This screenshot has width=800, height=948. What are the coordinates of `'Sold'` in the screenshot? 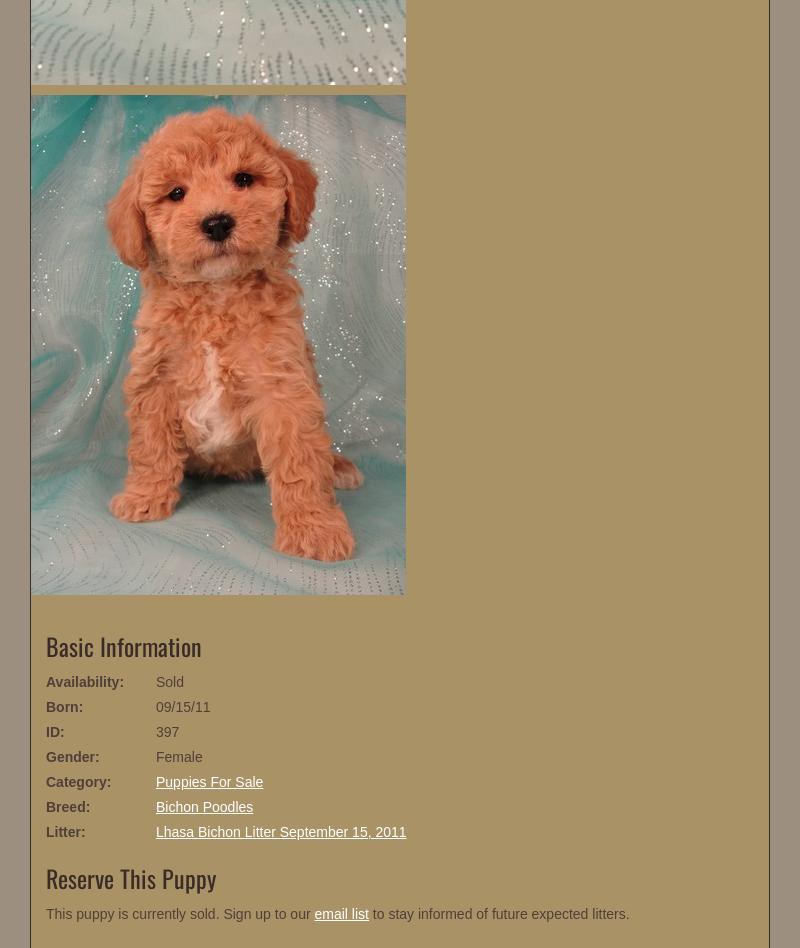 It's located at (169, 680).